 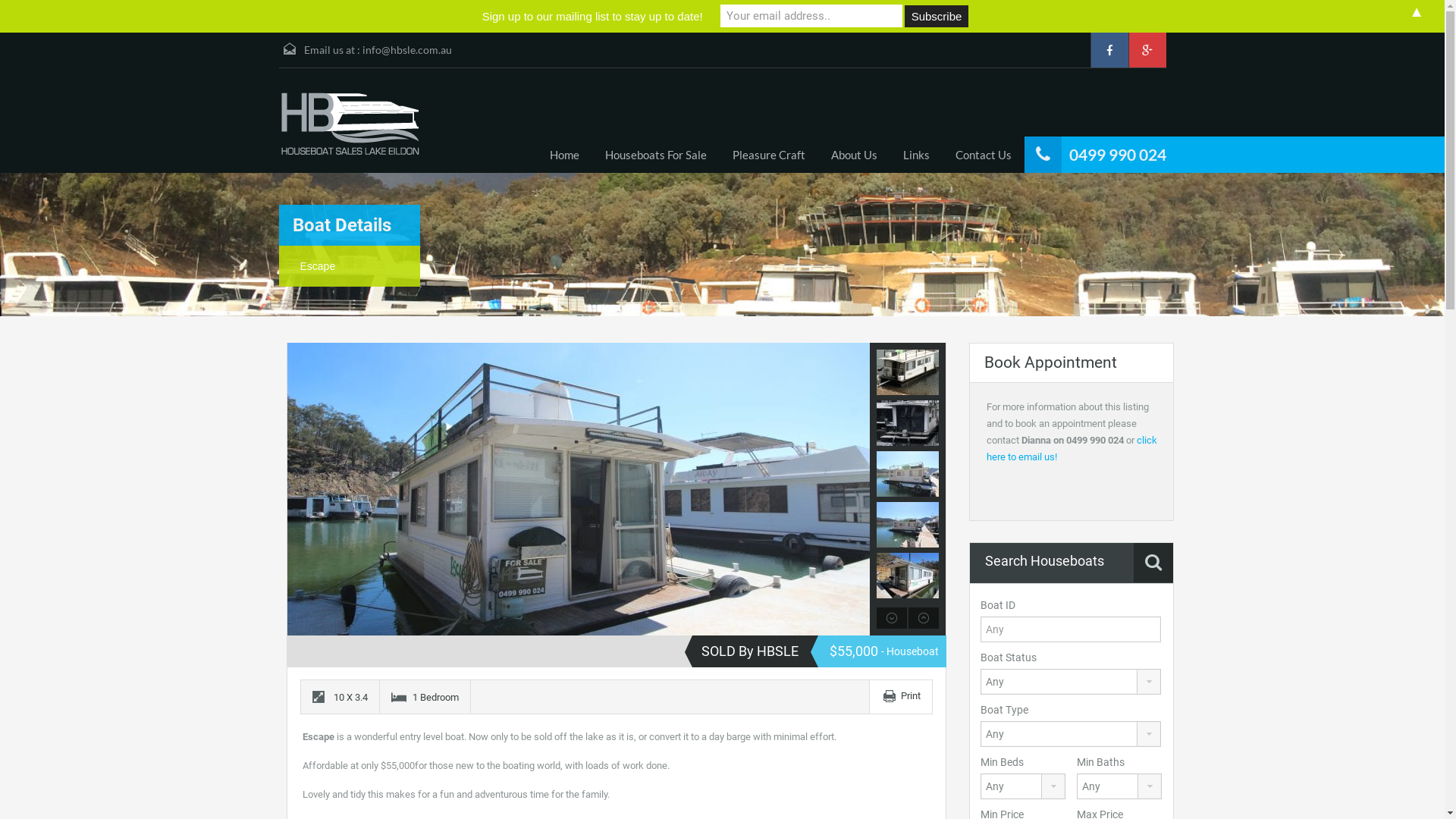 I want to click on 'Contact Us', so click(x=983, y=155).